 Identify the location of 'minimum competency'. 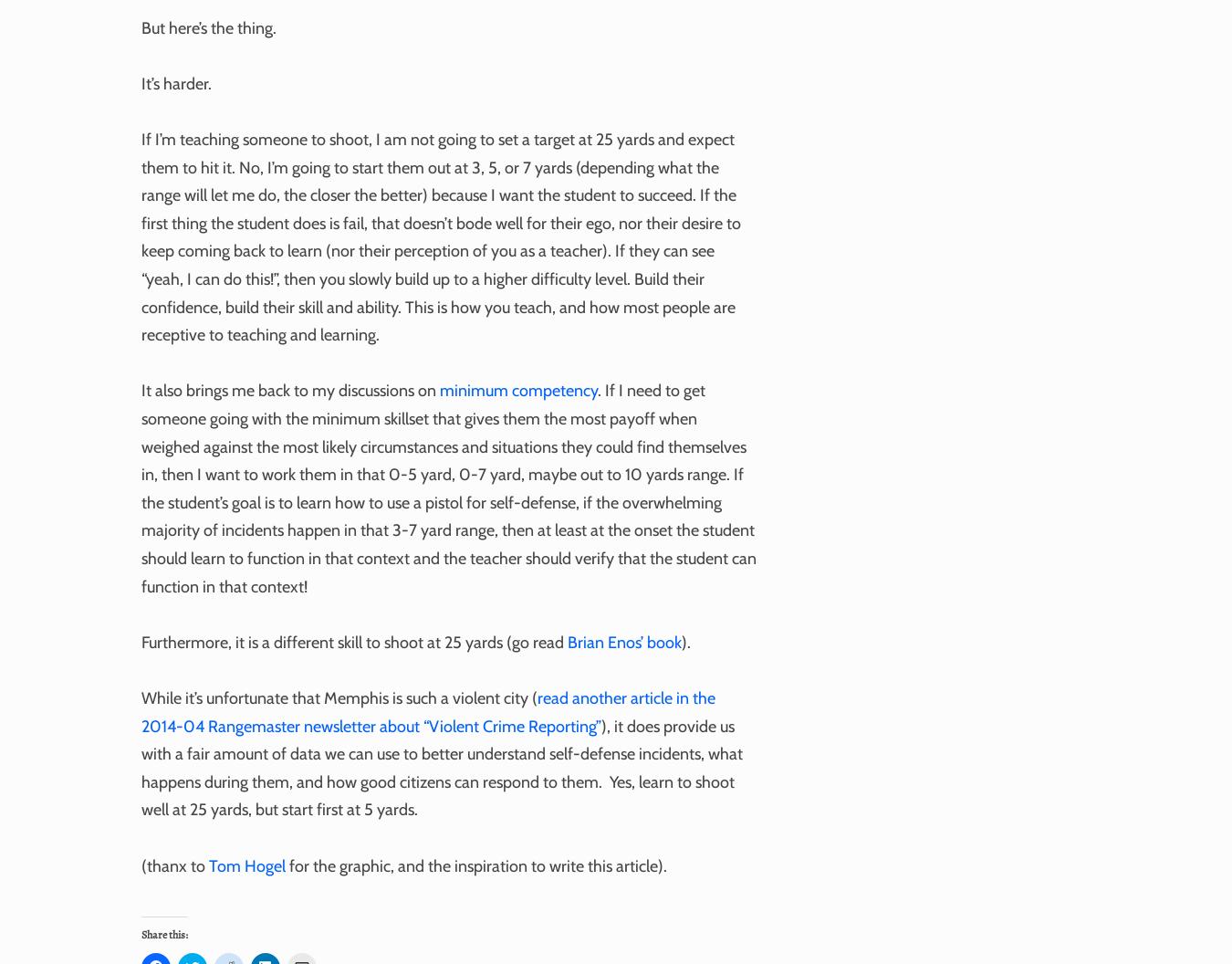
(518, 390).